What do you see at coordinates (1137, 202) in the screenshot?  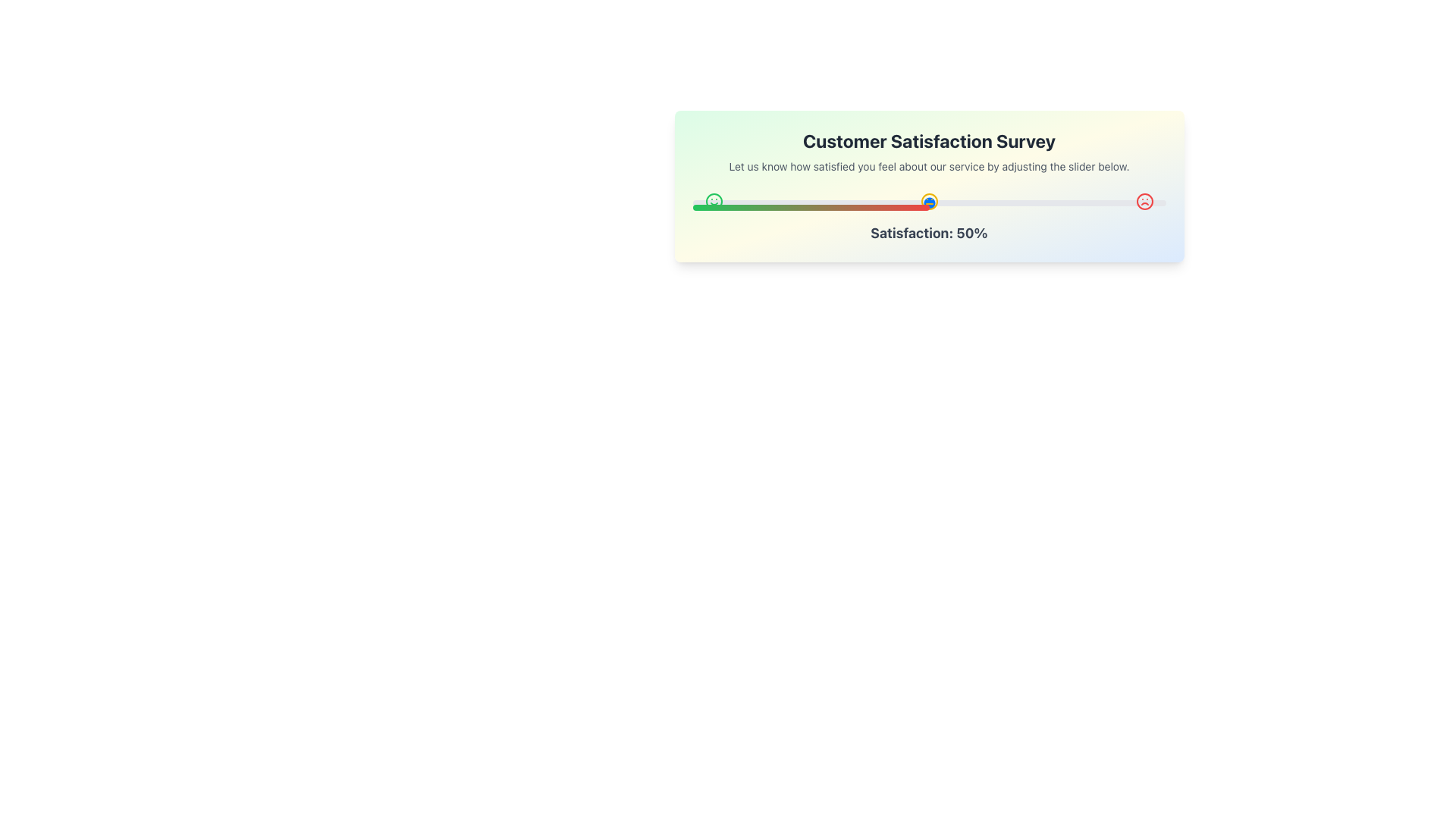 I see `customer satisfaction level` at bounding box center [1137, 202].